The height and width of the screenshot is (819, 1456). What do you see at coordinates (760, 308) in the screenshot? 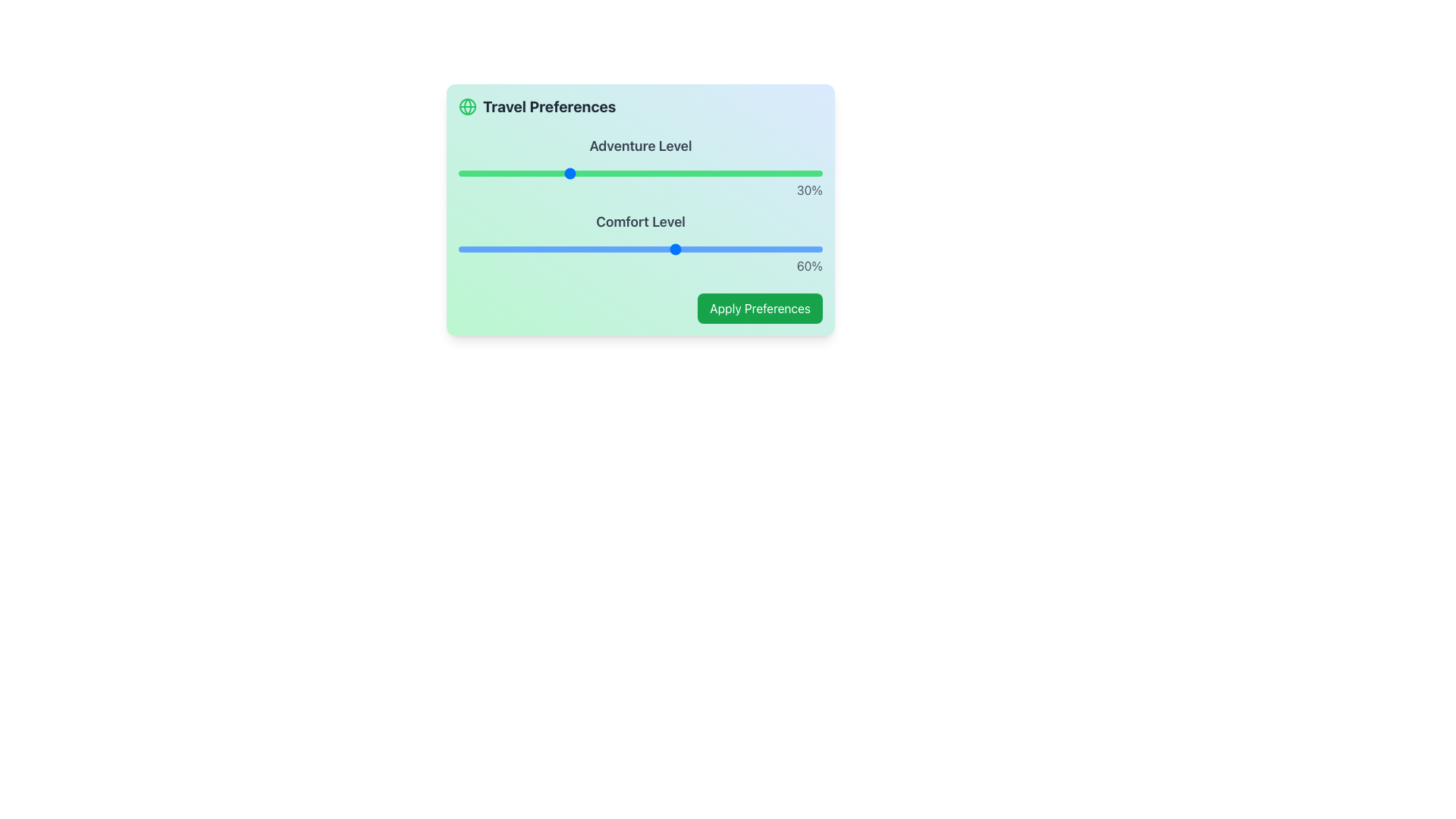
I see `the 'Apply Preferences' button located at the bottom-right corner of the 'Travel Preferences' card` at bounding box center [760, 308].